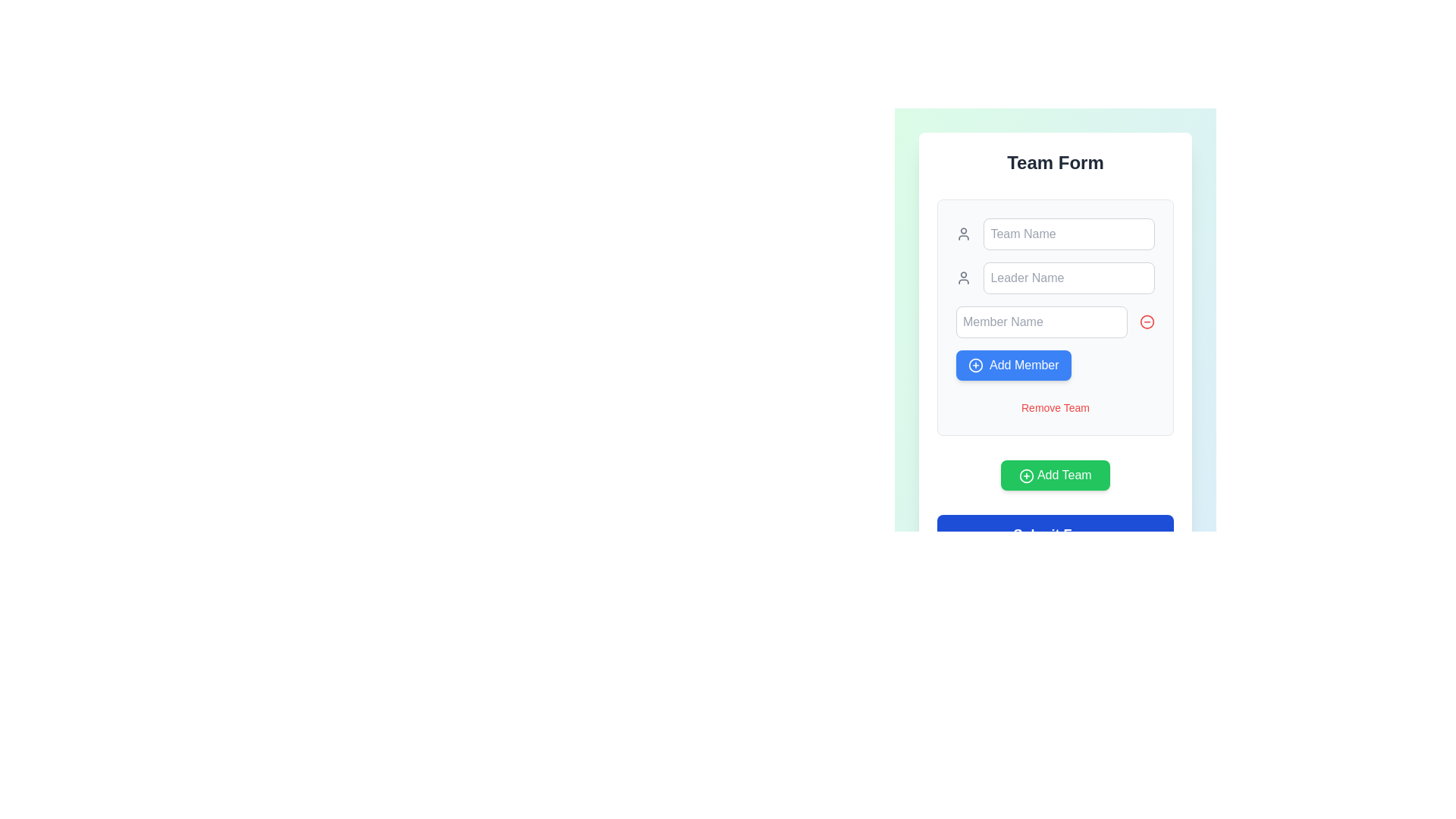  Describe the element at coordinates (963, 278) in the screenshot. I see `the user profile icon, which is an outline of a person in grey color, located to the left of the 'Leader Name' input field` at that location.